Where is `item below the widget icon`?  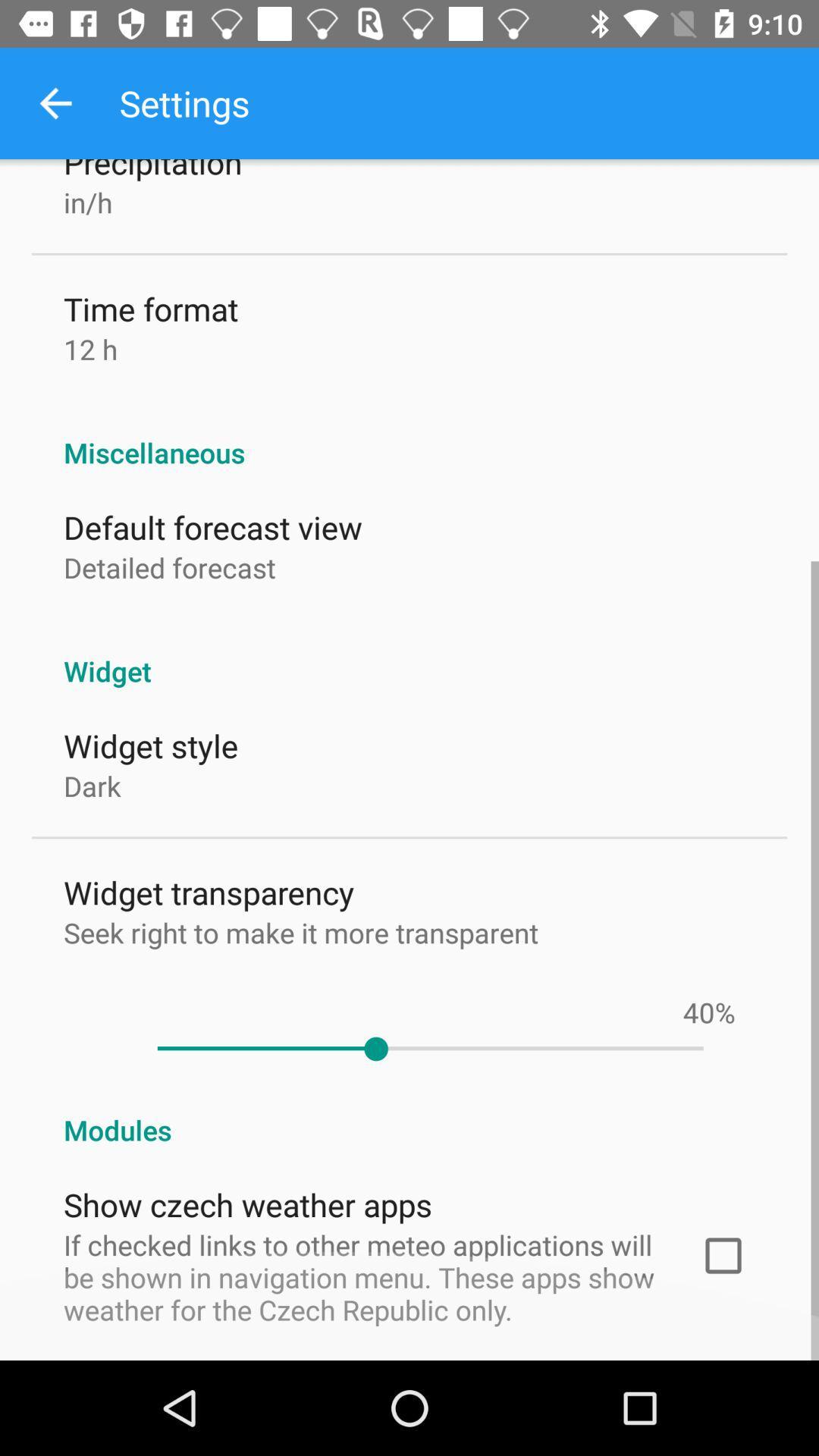
item below the widget icon is located at coordinates (698, 1012).